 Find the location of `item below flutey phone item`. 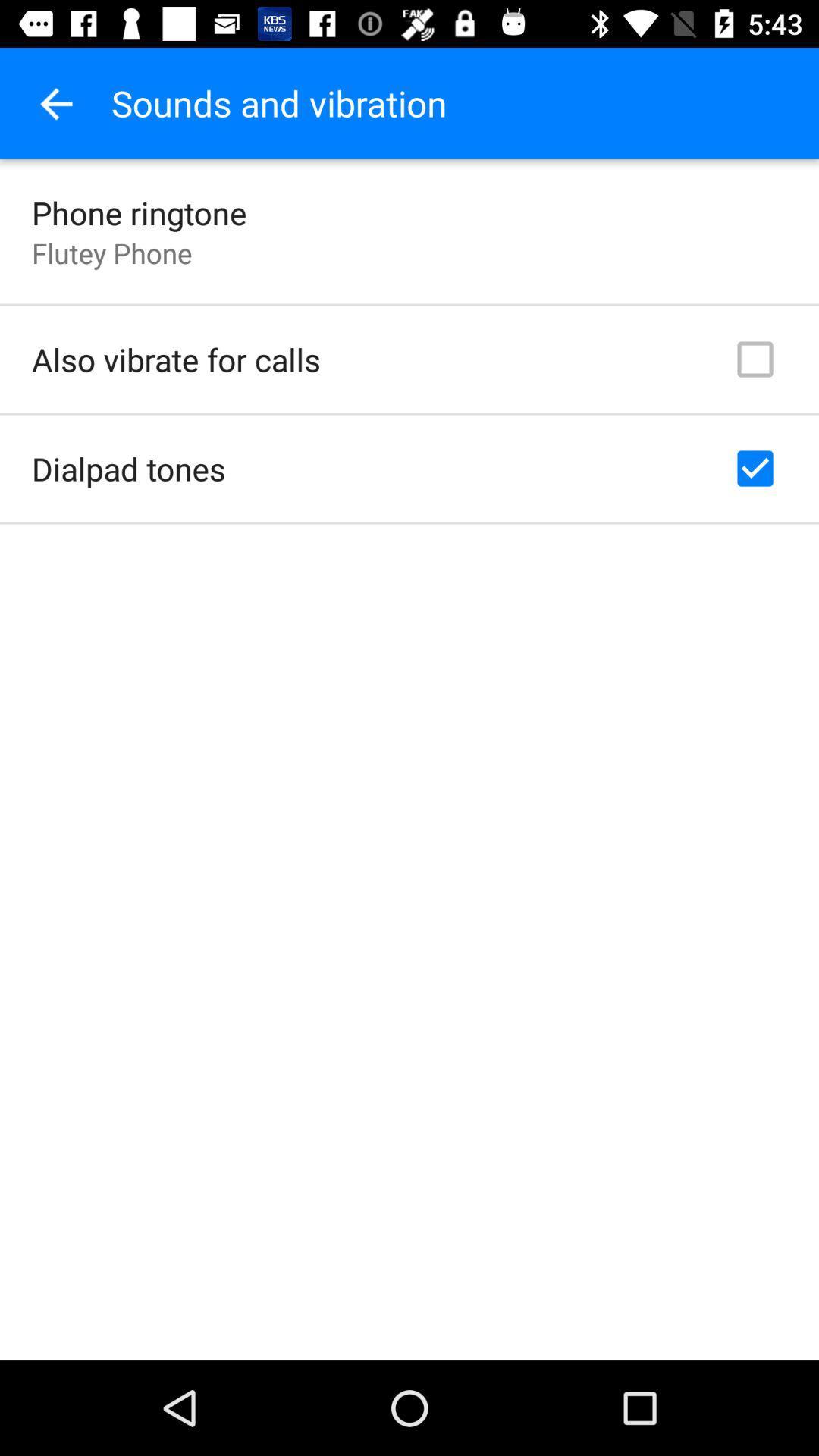

item below flutey phone item is located at coordinates (175, 359).